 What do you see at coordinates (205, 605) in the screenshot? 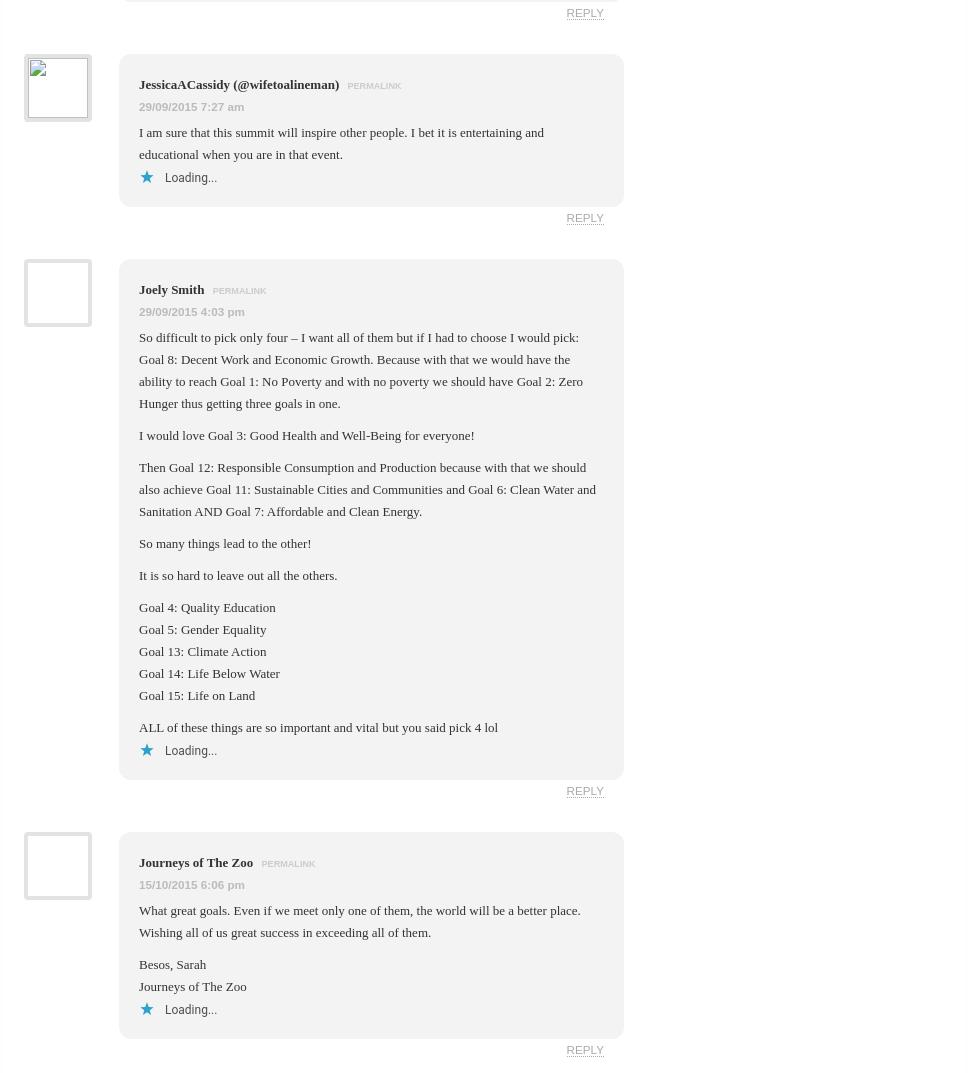
I see `'Goal 4: Quality Education'` at bounding box center [205, 605].